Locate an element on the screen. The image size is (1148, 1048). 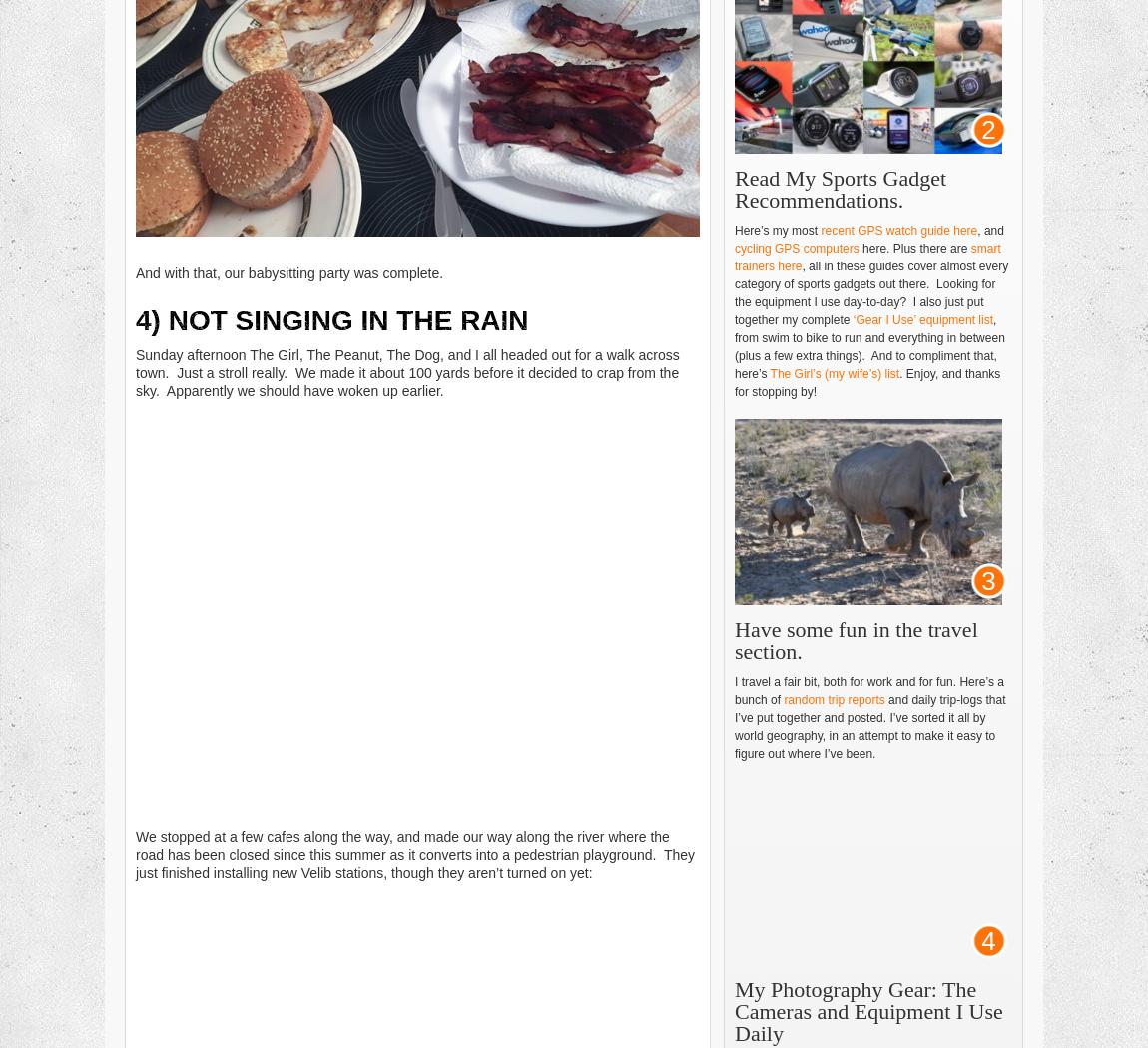
'Sunday afternoon The Girl, The Peanut, The Dog, and I all headed out for a walk across town.  Just a stroll really.  We made it about 100 yards before it decided to crap from the sky.  Apparently we should have woken up earlier.' is located at coordinates (407, 370).